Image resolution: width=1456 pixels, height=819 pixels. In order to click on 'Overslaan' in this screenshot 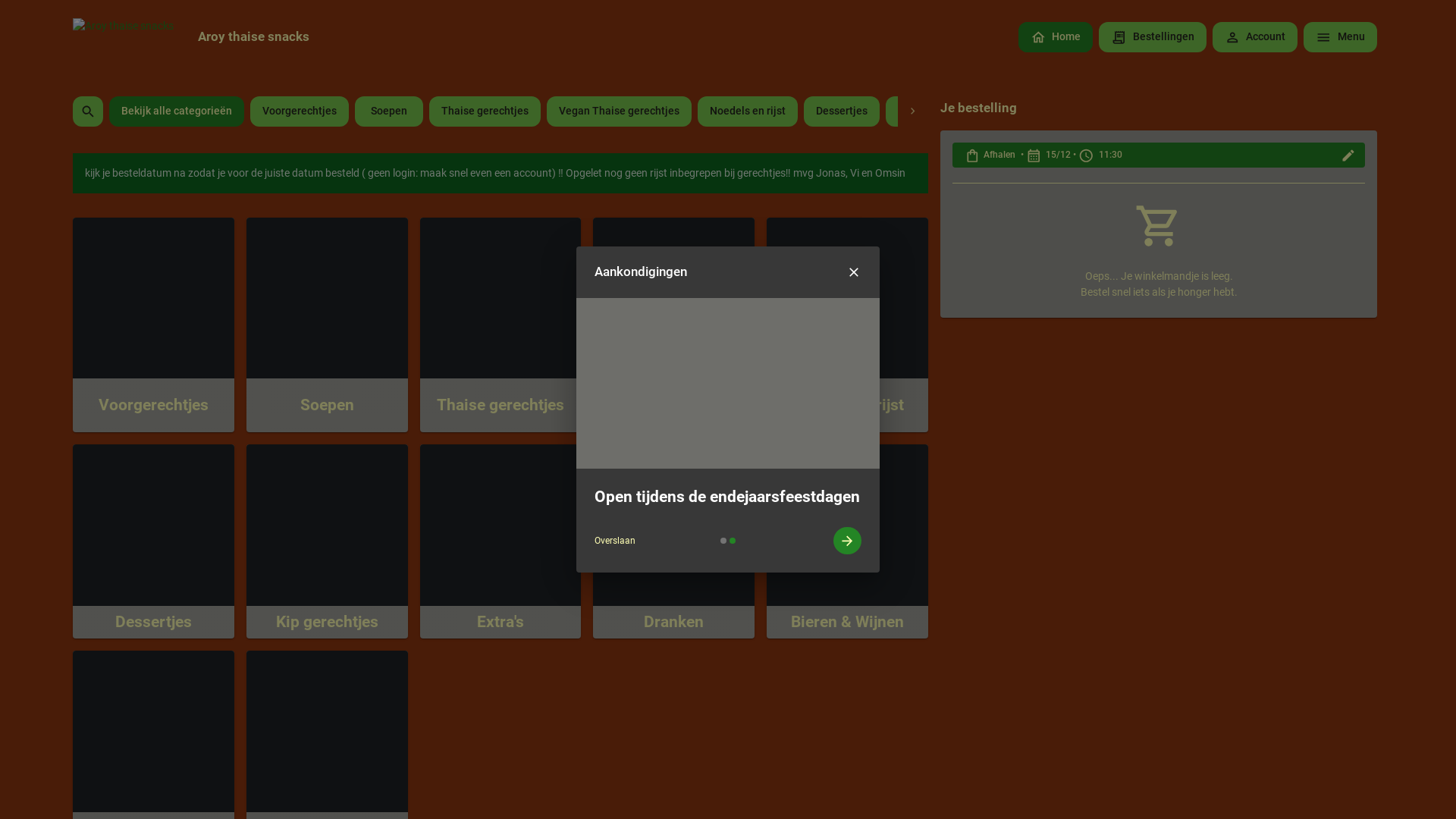, I will do `click(615, 540)`.